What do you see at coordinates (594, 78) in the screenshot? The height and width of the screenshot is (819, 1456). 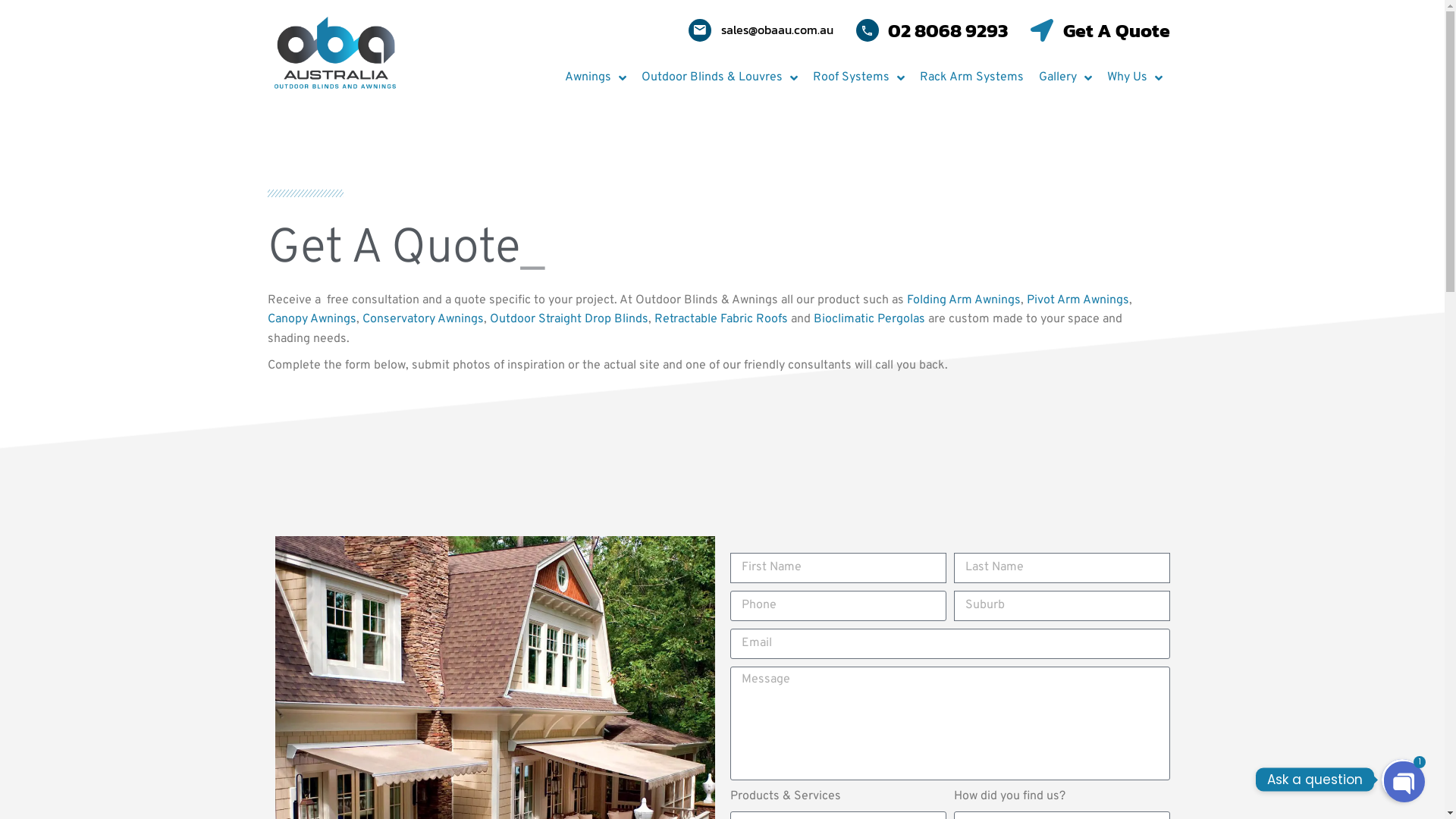 I see `'Awnings'` at bounding box center [594, 78].